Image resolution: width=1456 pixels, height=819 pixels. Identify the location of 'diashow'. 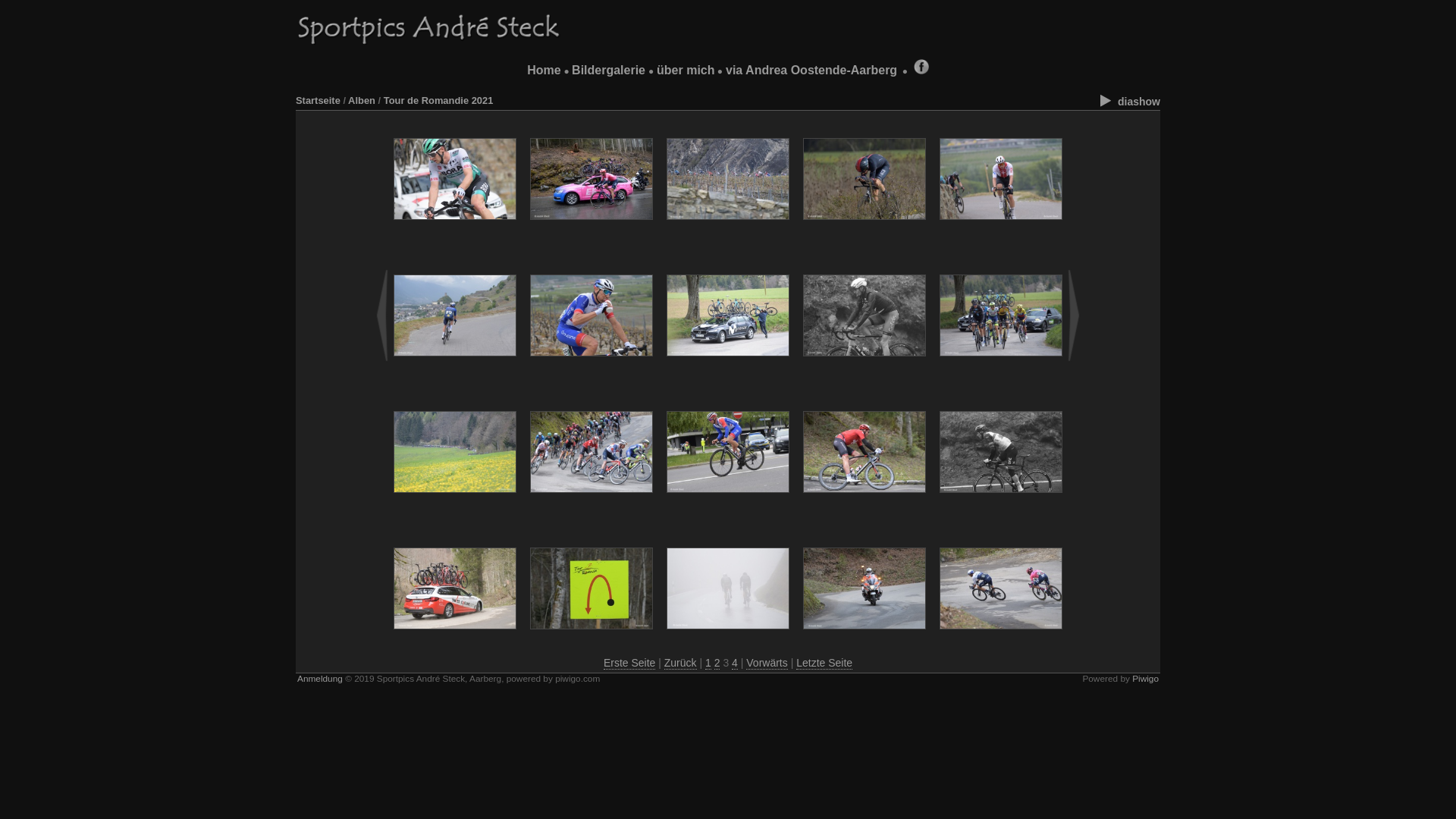
(1128, 102).